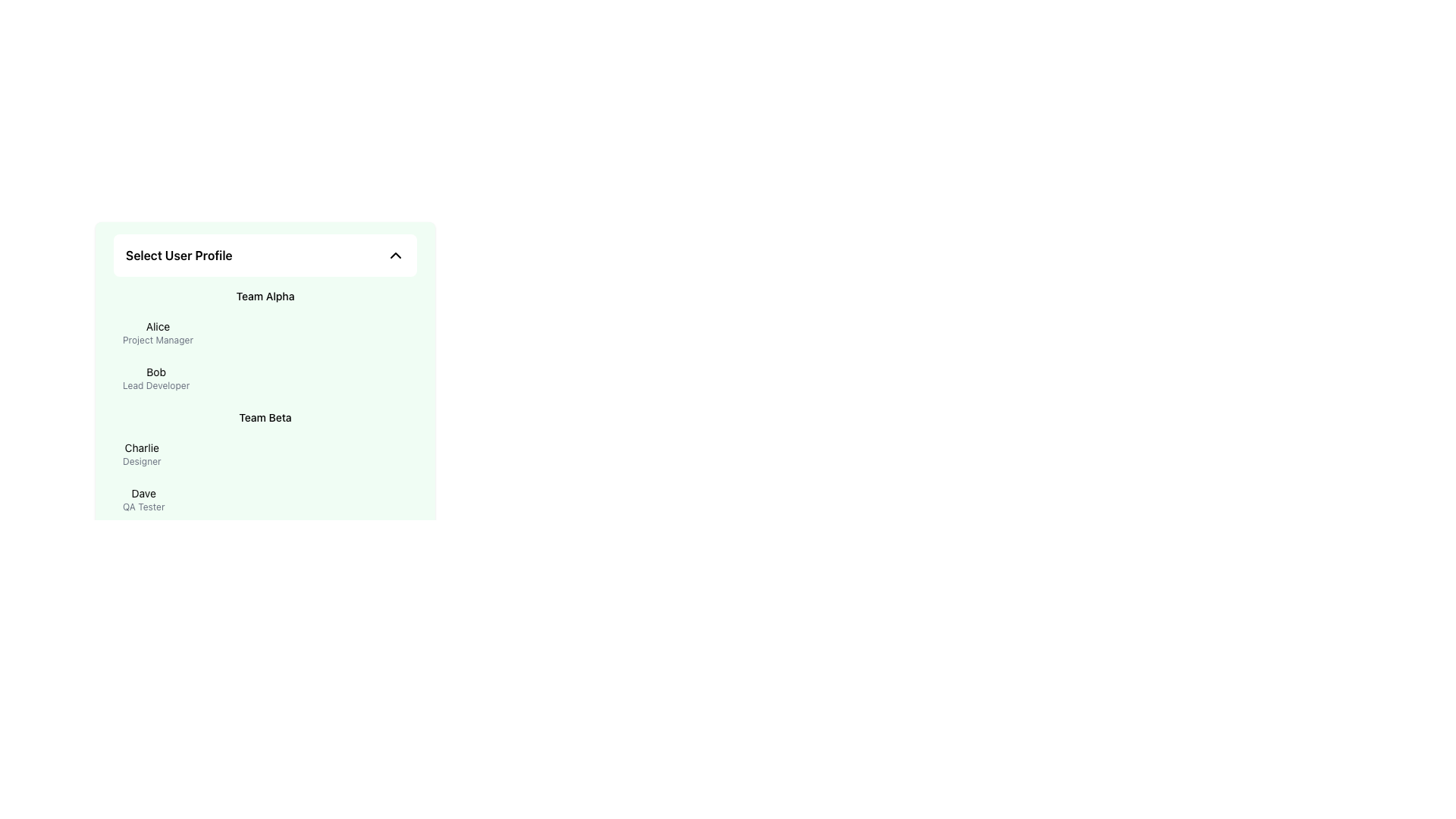  What do you see at coordinates (143, 494) in the screenshot?
I see `the text label displaying the name 'Dave', which is part of the user profile in the 'Team Beta' section` at bounding box center [143, 494].